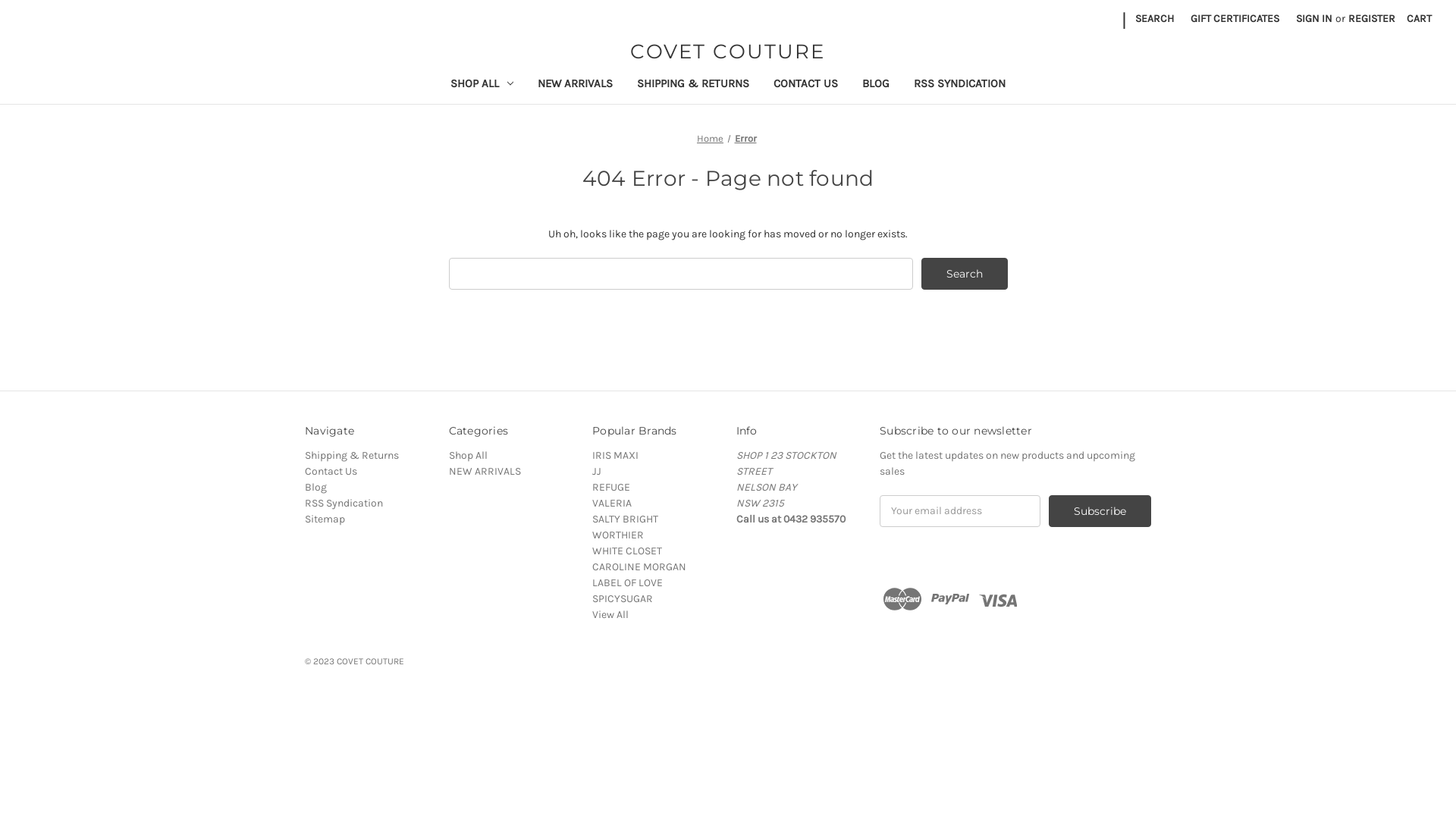 The height and width of the screenshot is (819, 1456). What do you see at coordinates (304, 518) in the screenshot?
I see `'Sitemap'` at bounding box center [304, 518].